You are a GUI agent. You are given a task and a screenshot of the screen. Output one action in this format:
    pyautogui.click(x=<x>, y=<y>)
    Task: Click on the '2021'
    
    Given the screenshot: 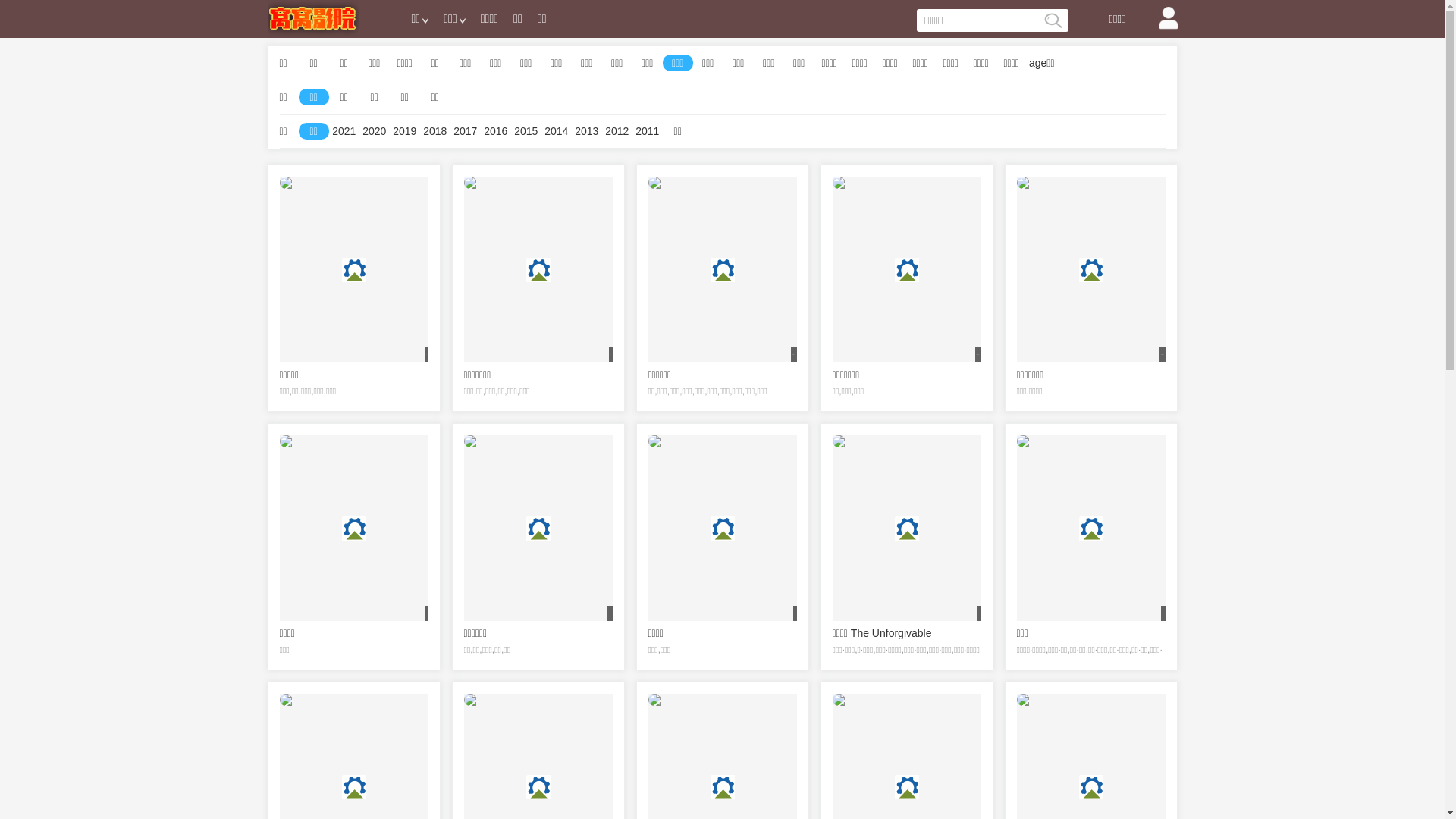 What is the action you would take?
    pyautogui.click(x=343, y=130)
    